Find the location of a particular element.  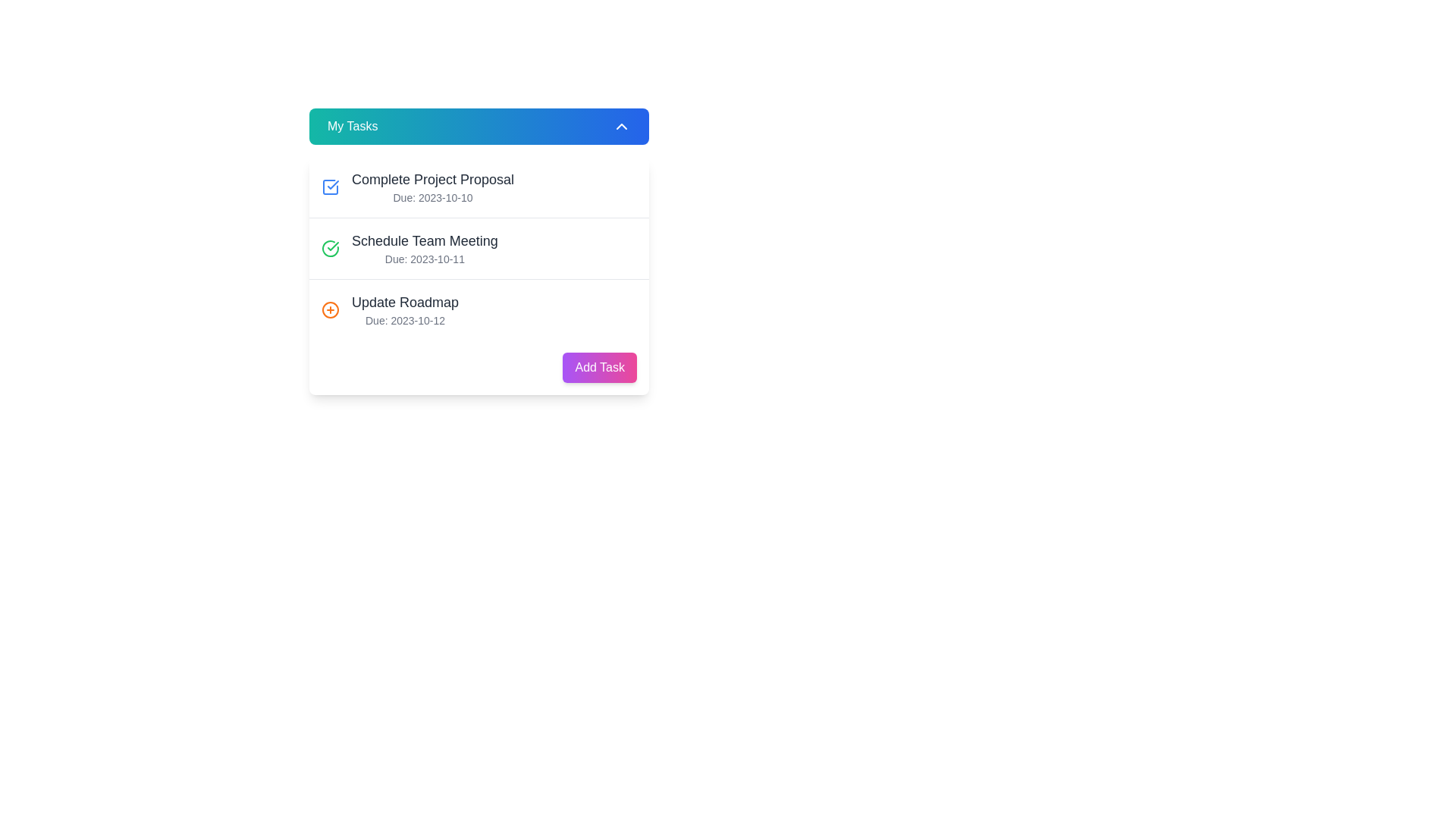

the blue checkmark icon that is styled with a modern flat design and is located to the left of the 'Complete Project Proposal' text in the 'My Tasks' section to change its state is located at coordinates (330, 186).